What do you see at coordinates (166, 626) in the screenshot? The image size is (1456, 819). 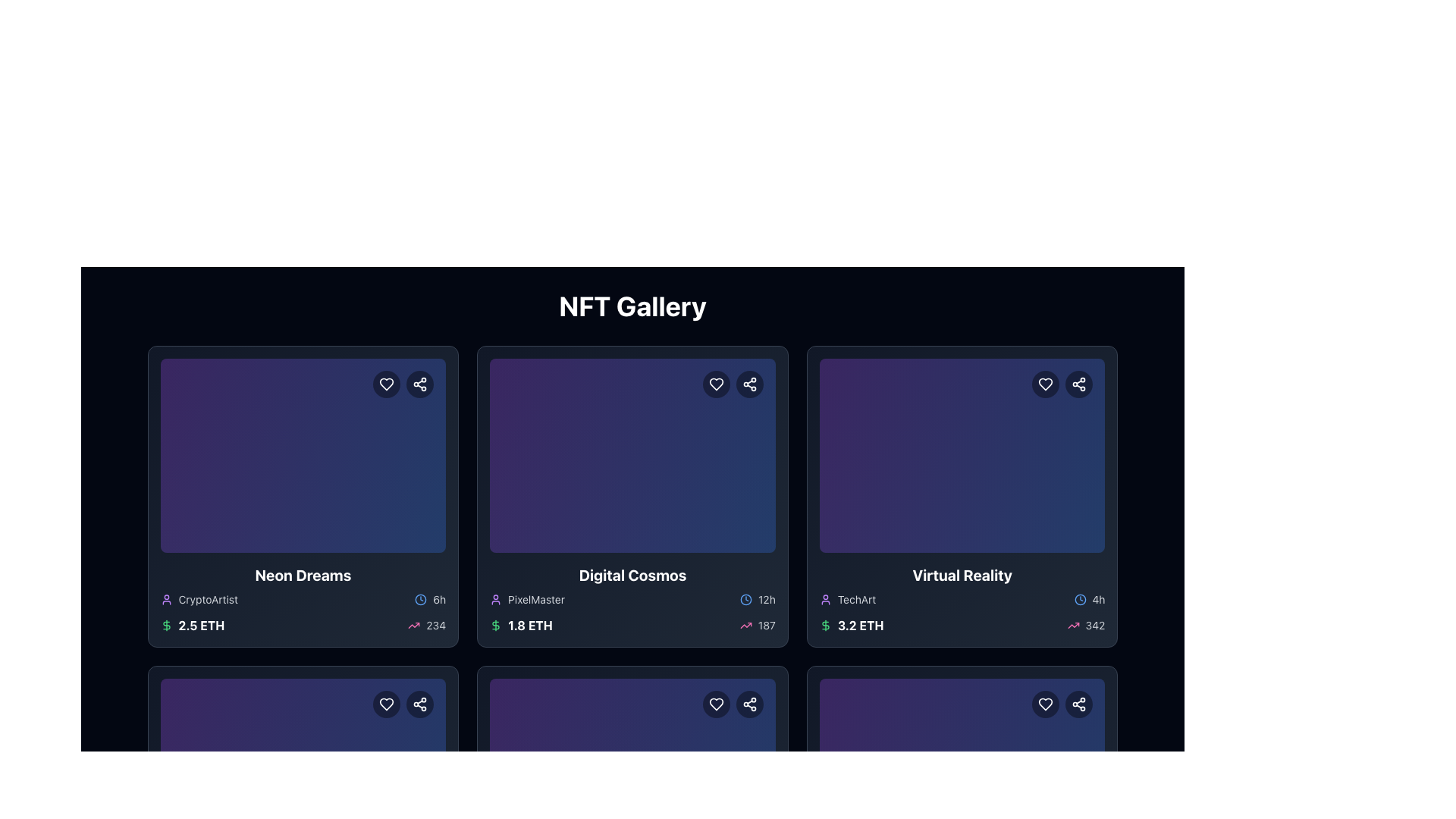 I see `the dollar sign icon, which is styled in light green and represents financial information, located in the first card of the leftmost column in the NFT gallery grid, near the text '$ 2.5 ETH'` at bounding box center [166, 626].